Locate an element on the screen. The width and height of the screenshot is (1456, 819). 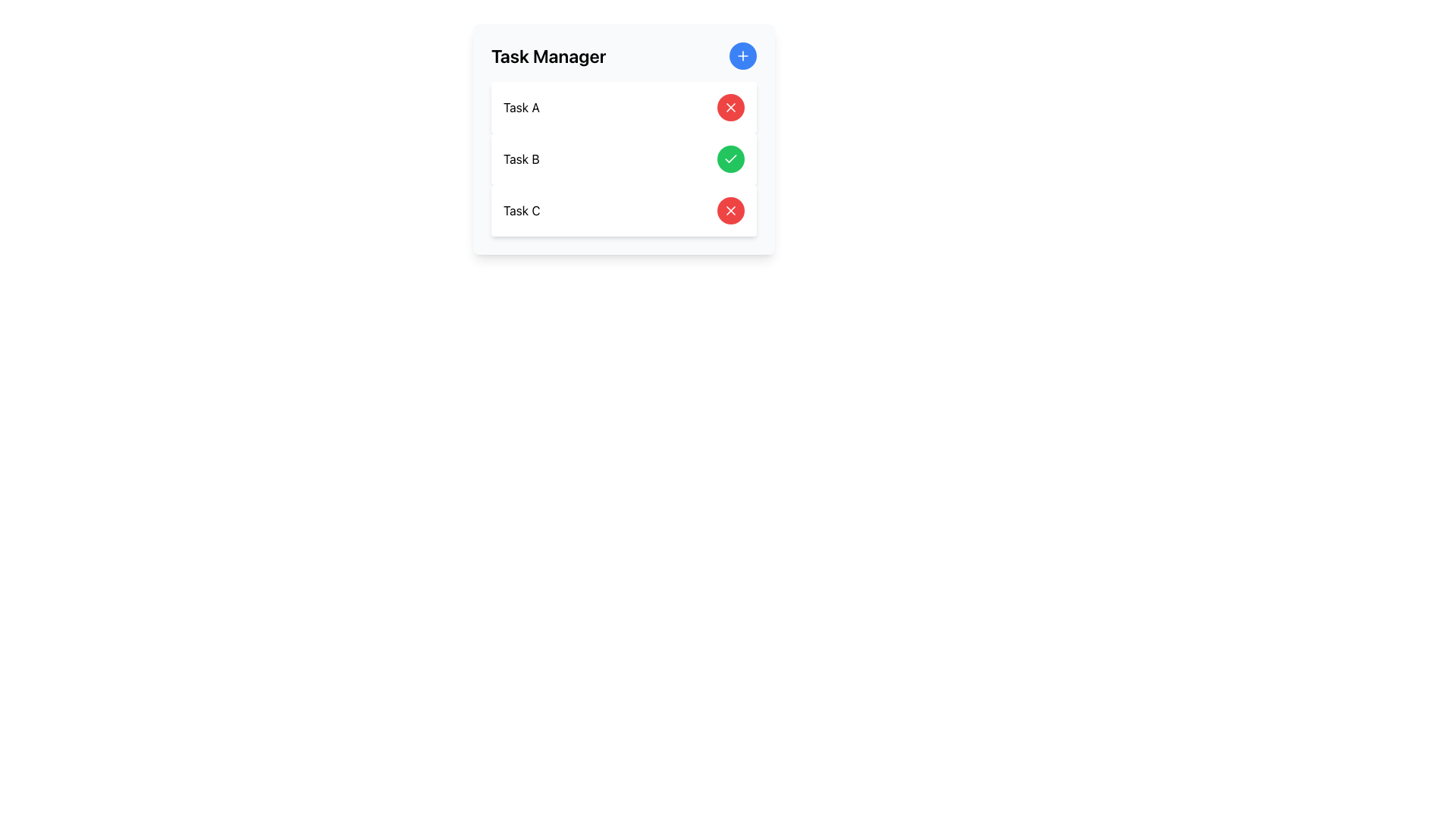
the delete button located at the far right within the 'Task C' row of the task list is located at coordinates (731, 210).